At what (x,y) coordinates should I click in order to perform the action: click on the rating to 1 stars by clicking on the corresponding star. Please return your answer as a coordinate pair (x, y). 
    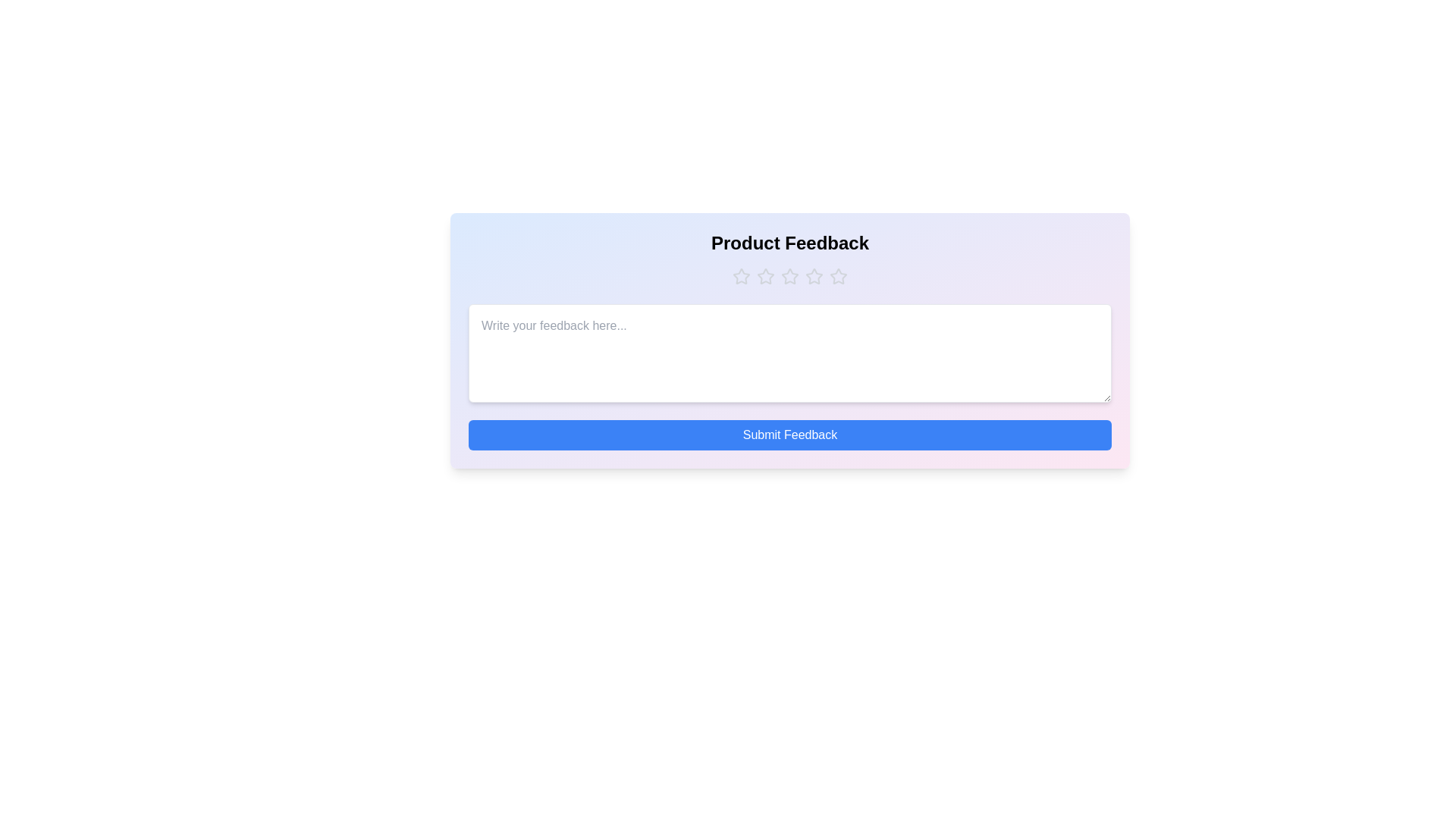
    Looking at the image, I should click on (742, 277).